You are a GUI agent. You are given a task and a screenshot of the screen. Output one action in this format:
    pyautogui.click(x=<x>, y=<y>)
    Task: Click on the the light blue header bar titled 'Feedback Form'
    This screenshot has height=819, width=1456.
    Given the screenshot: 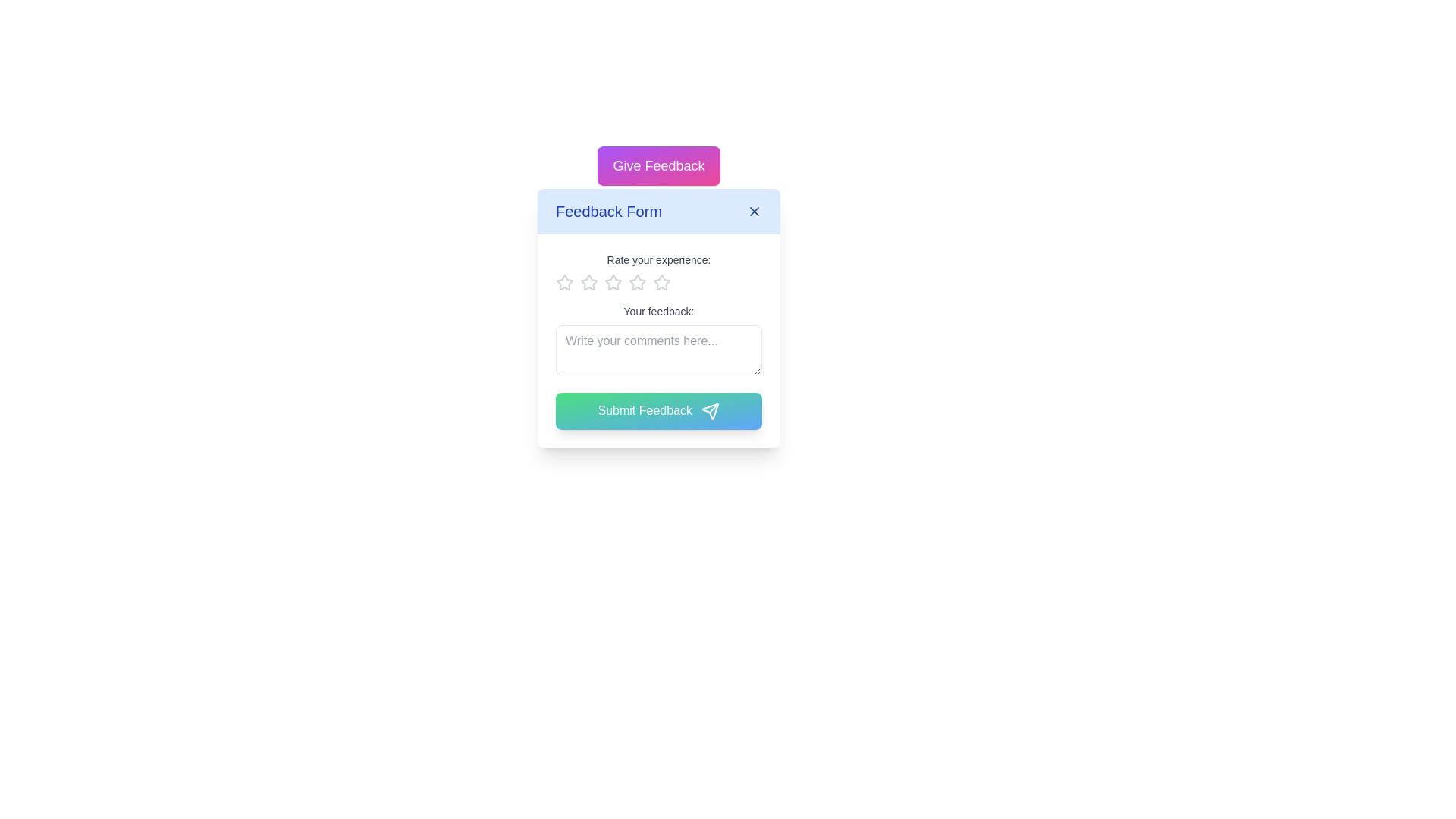 What is the action you would take?
    pyautogui.click(x=658, y=211)
    